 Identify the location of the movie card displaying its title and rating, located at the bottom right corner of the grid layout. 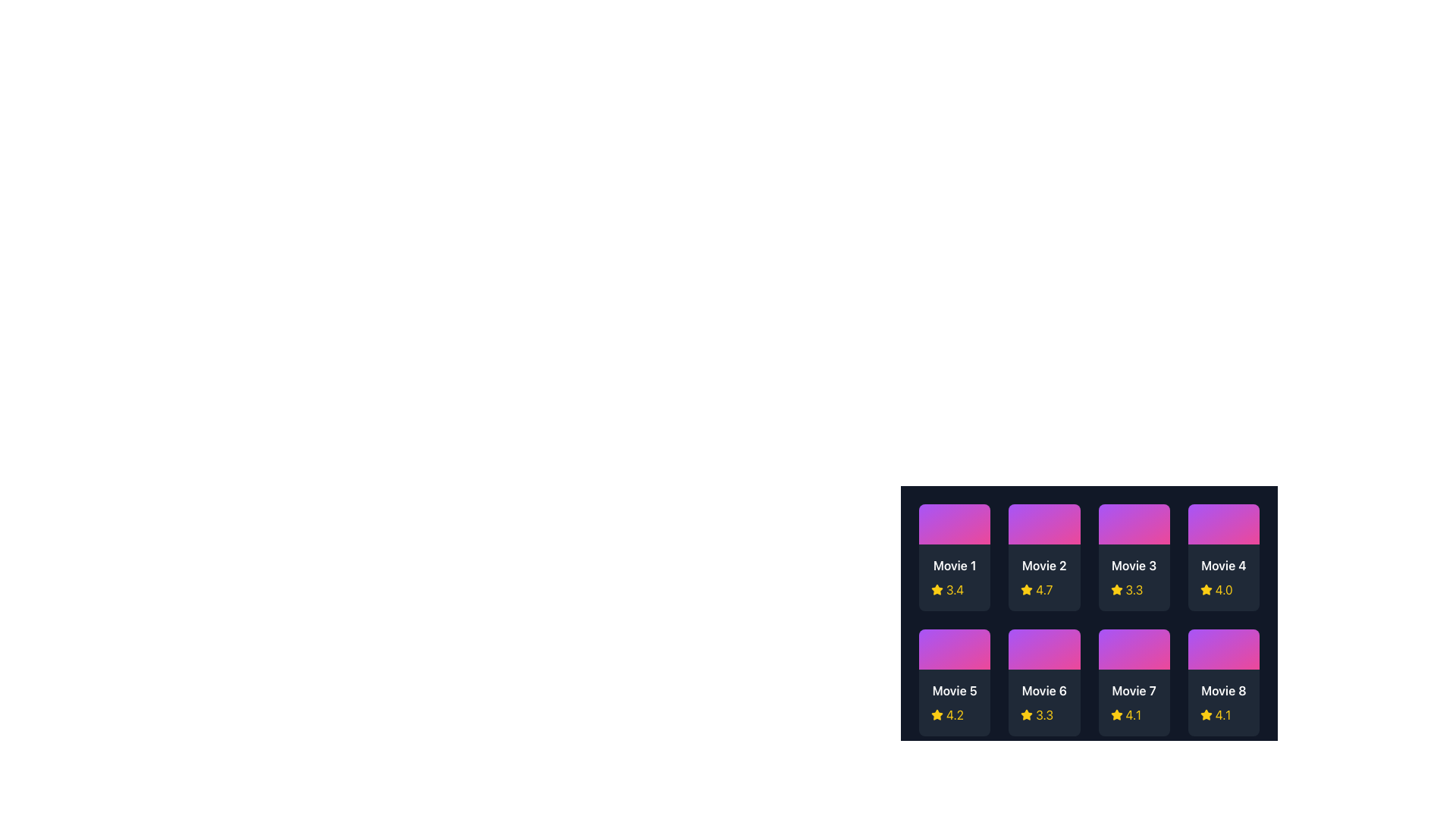
(1223, 682).